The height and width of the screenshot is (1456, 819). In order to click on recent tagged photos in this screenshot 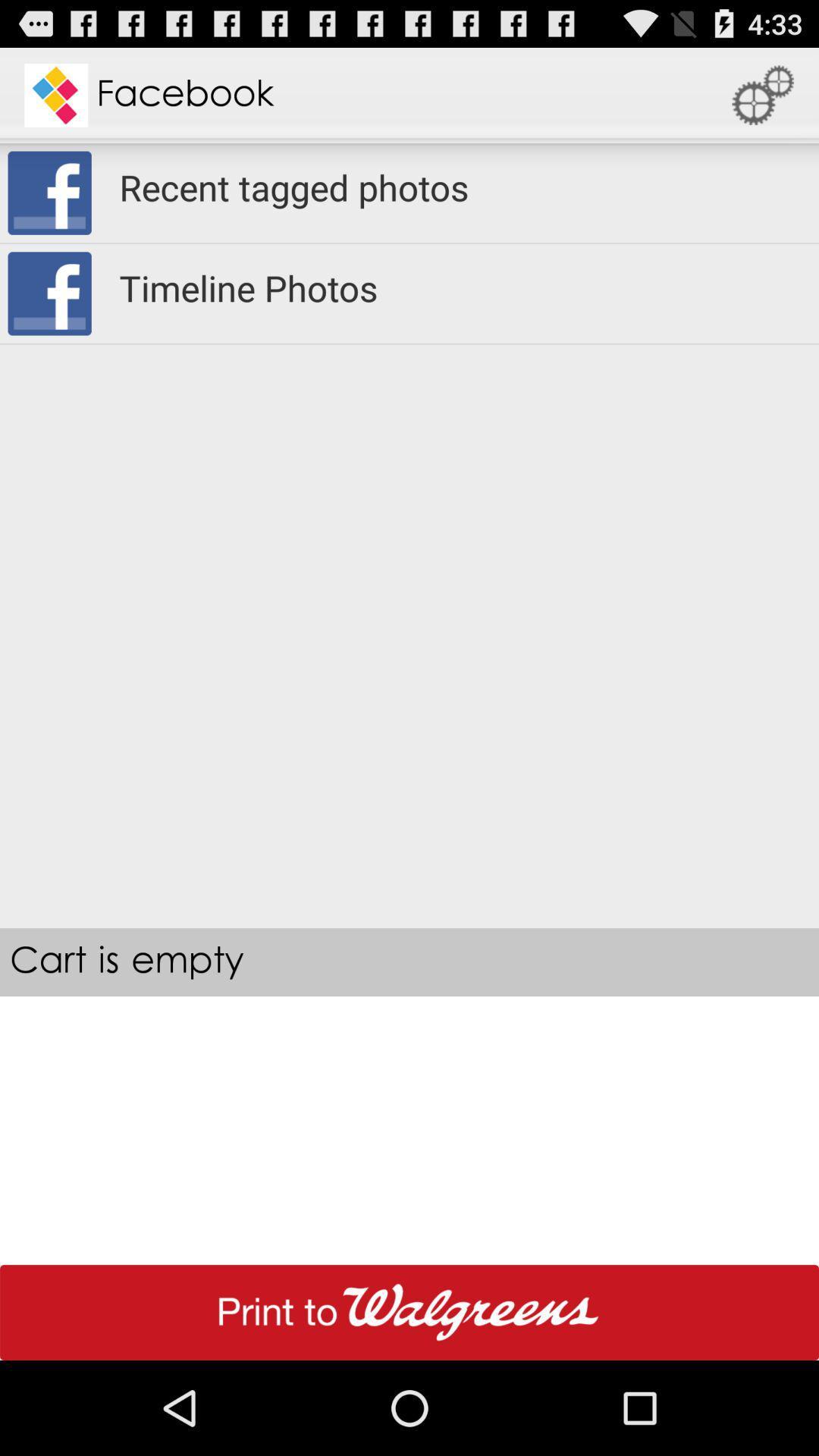, I will do `click(458, 187)`.